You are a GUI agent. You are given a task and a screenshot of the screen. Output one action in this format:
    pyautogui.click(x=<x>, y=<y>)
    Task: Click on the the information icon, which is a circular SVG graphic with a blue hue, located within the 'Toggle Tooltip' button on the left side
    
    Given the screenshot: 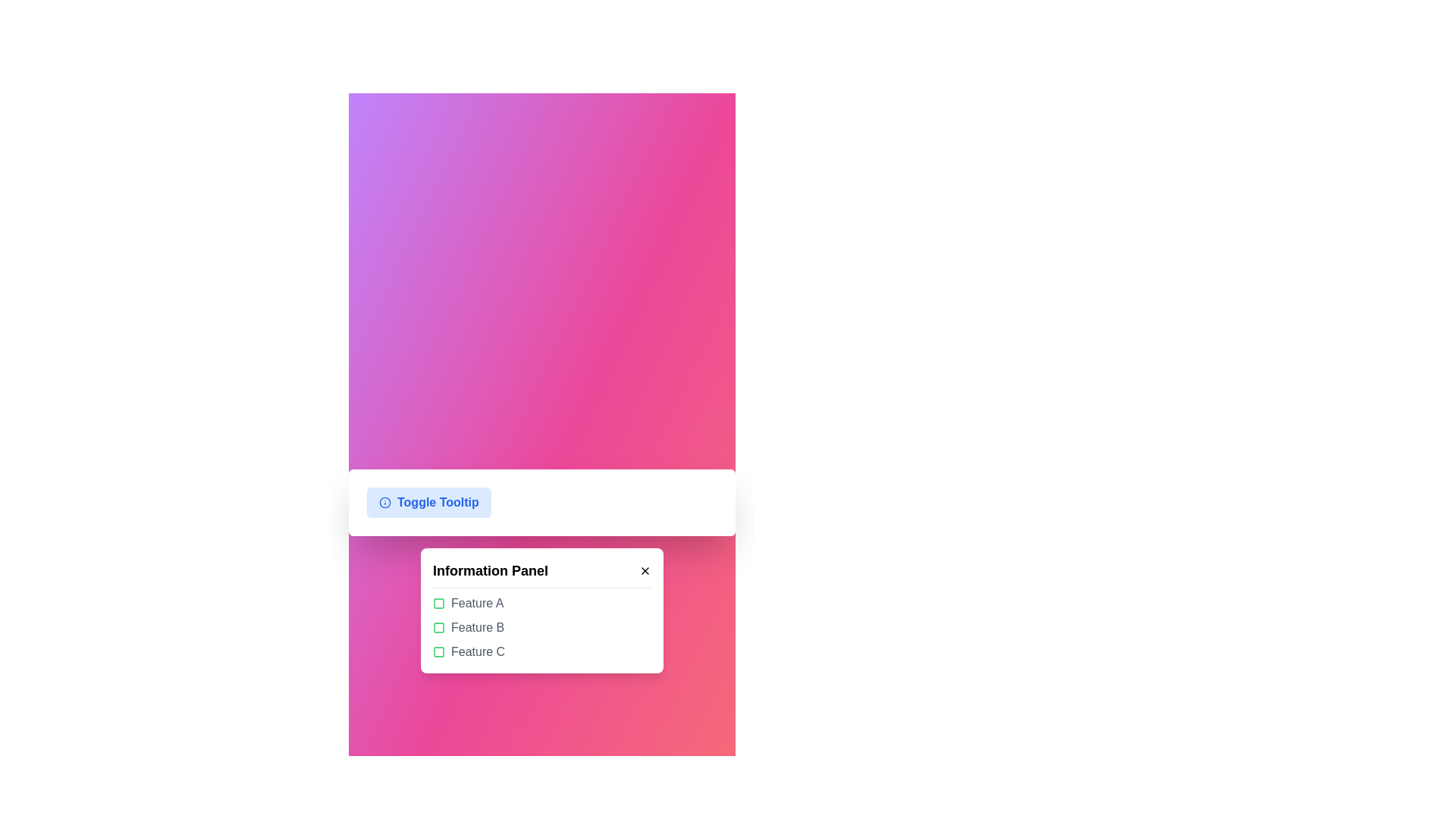 What is the action you would take?
    pyautogui.click(x=385, y=503)
    